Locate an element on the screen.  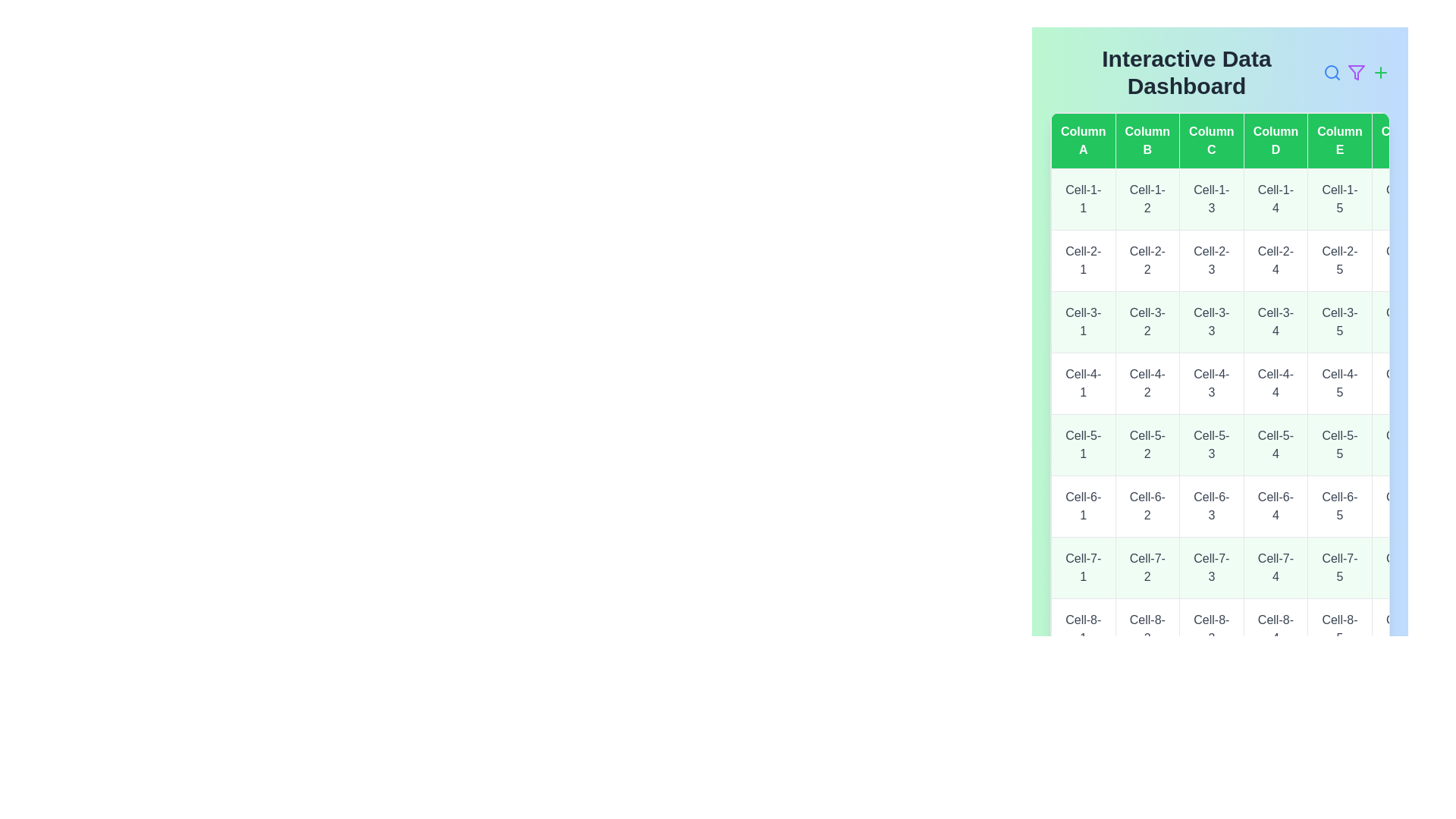
the '+' button to add a new item is located at coordinates (1380, 73).